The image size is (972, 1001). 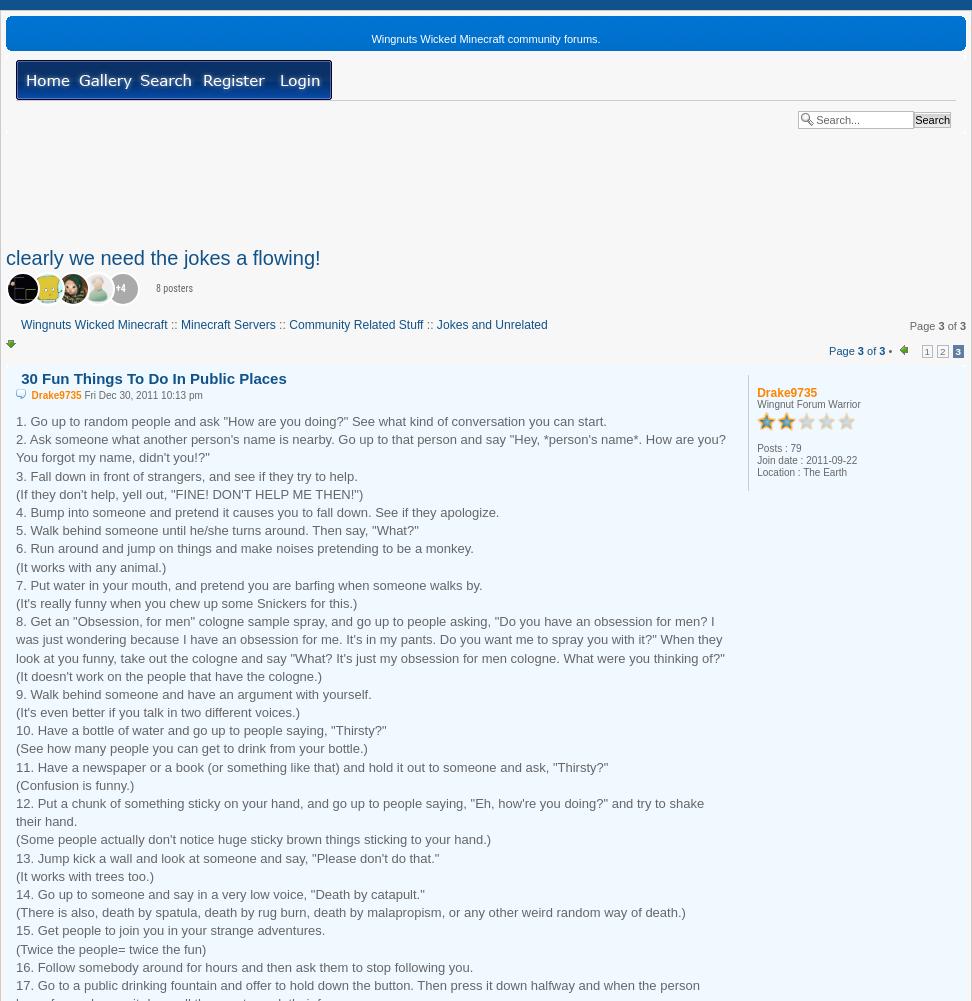 What do you see at coordinates (939, 351) in the screenshot?
I see `'2'` at bounding box center [939, 351].